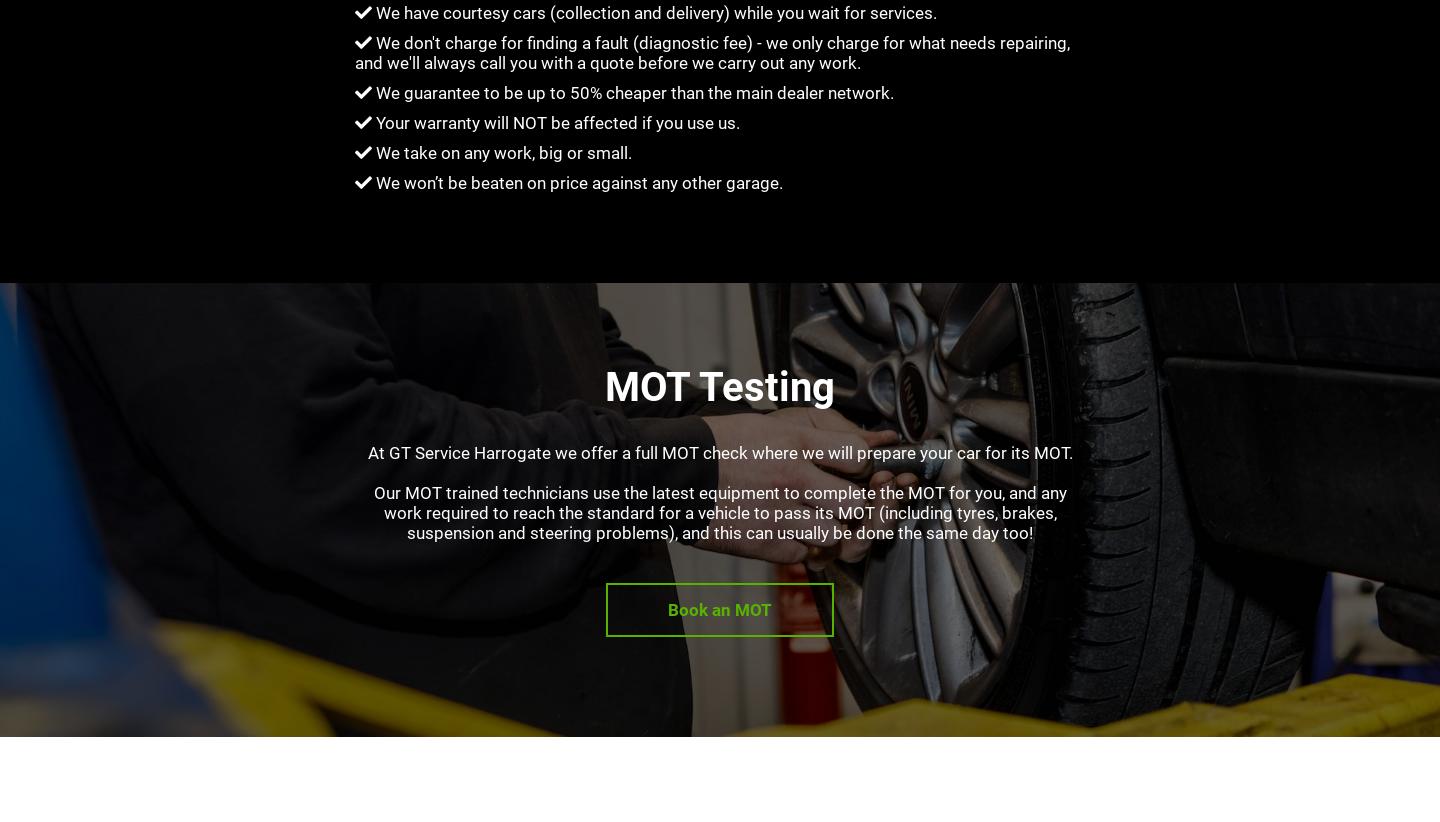 The width and height of the screenshot is (1440, 822). What do you see at coordinates (603, 386) in the screenshot?
I see `'MOT Testing'` at bounding box center [603, 386].